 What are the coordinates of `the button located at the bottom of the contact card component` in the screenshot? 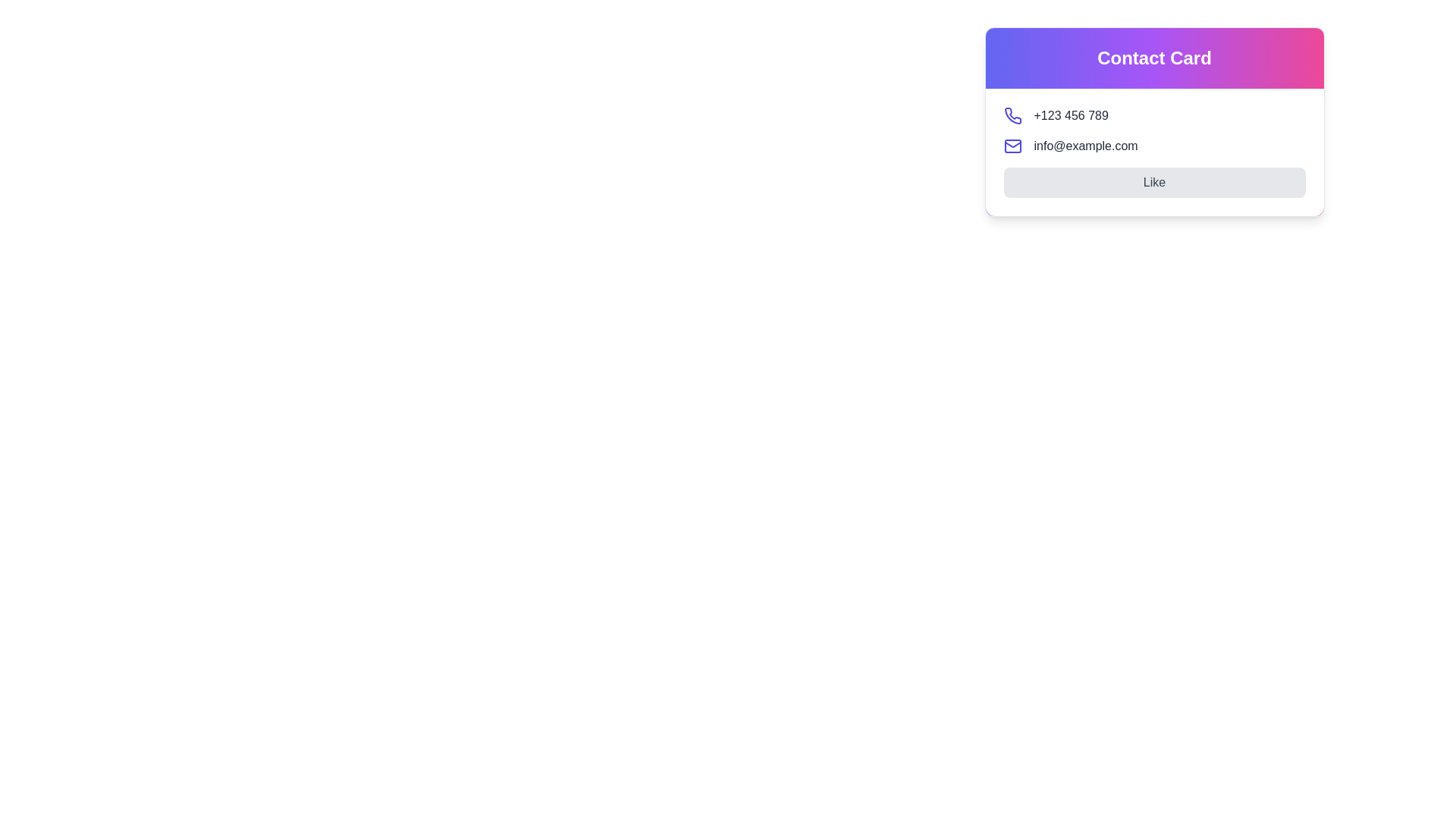 It's located at (1153, 181).